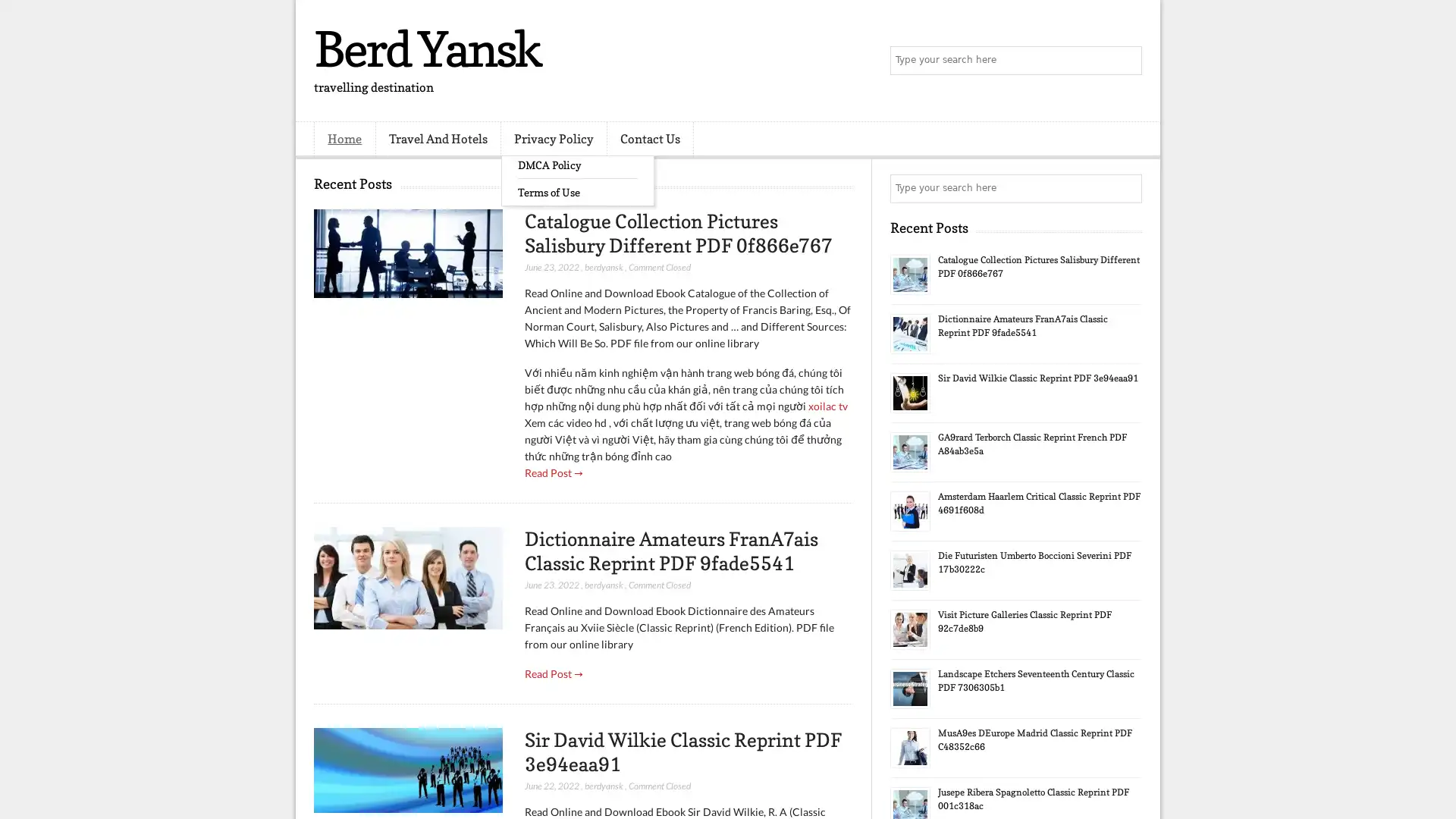 The width and height of the screenshot is (1456, 819). What do you see at coordinates (1126, 61) in the screenshot?
I see `Search` at bounding box center [1126, 61].